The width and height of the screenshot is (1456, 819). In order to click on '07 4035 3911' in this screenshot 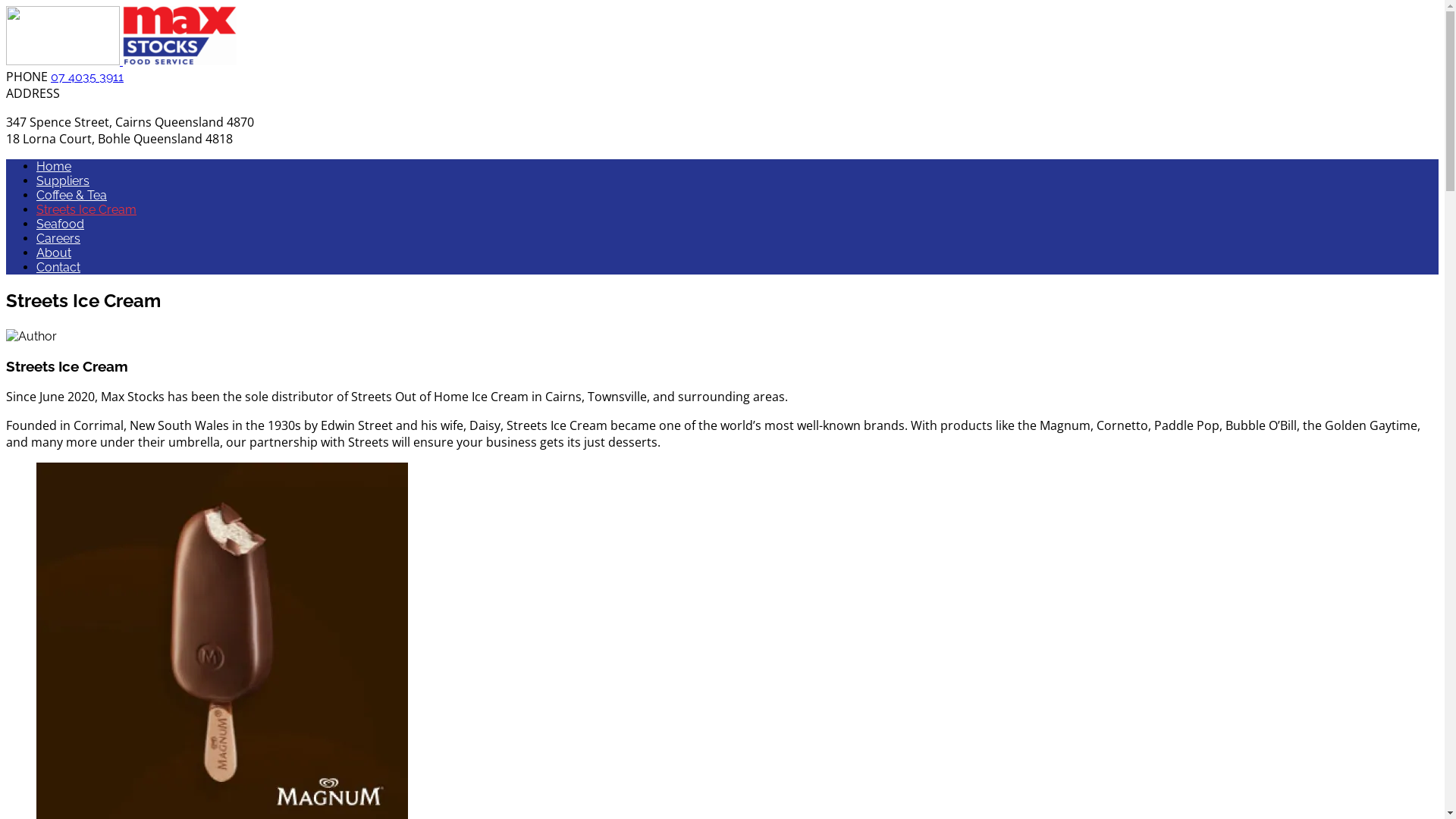, I will do `click(51, 77)`.